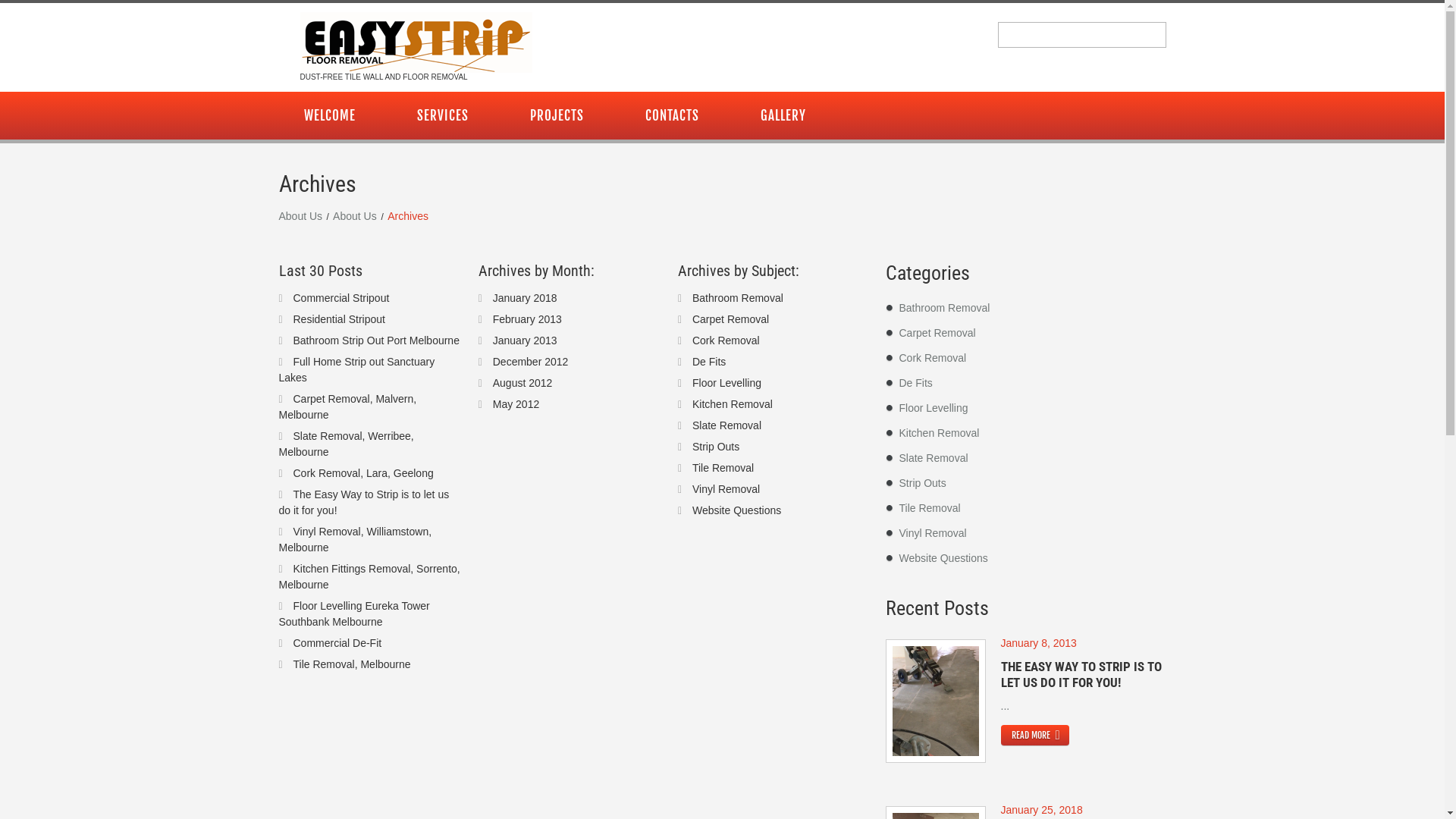 The height and width of the screenshot is (819, 1456). Describe the element at coordinates (1001, 734) in the screenshot. I see `'READ MORE'` at that location.